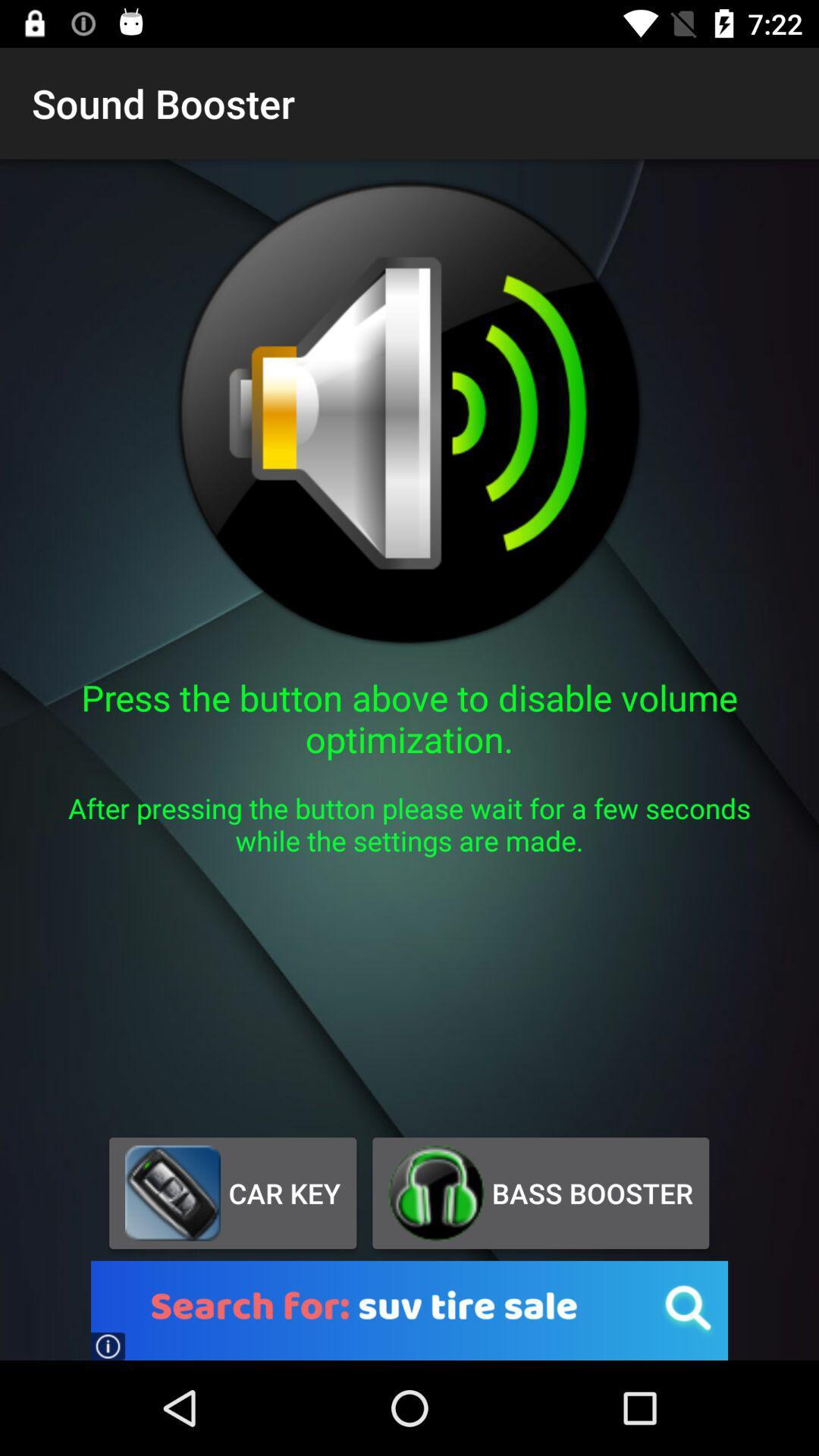 This screenshot has width=819, height=1456. I want to click on the app below the after pressing the app, so click(233, 1192).